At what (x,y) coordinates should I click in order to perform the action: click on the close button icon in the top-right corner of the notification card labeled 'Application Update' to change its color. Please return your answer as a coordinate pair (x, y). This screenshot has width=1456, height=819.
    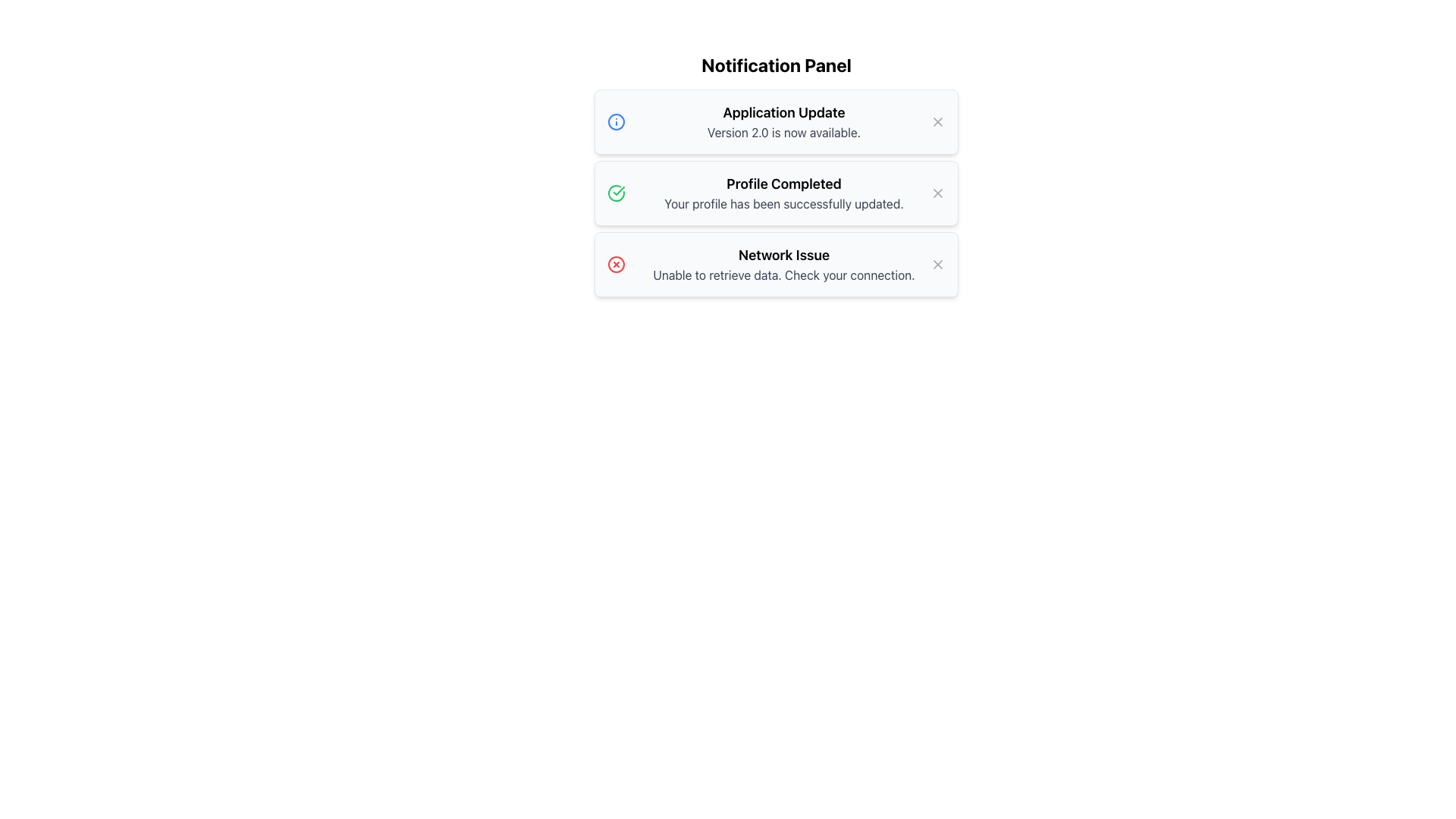
    Looking at the image, I should click on (937, 121).